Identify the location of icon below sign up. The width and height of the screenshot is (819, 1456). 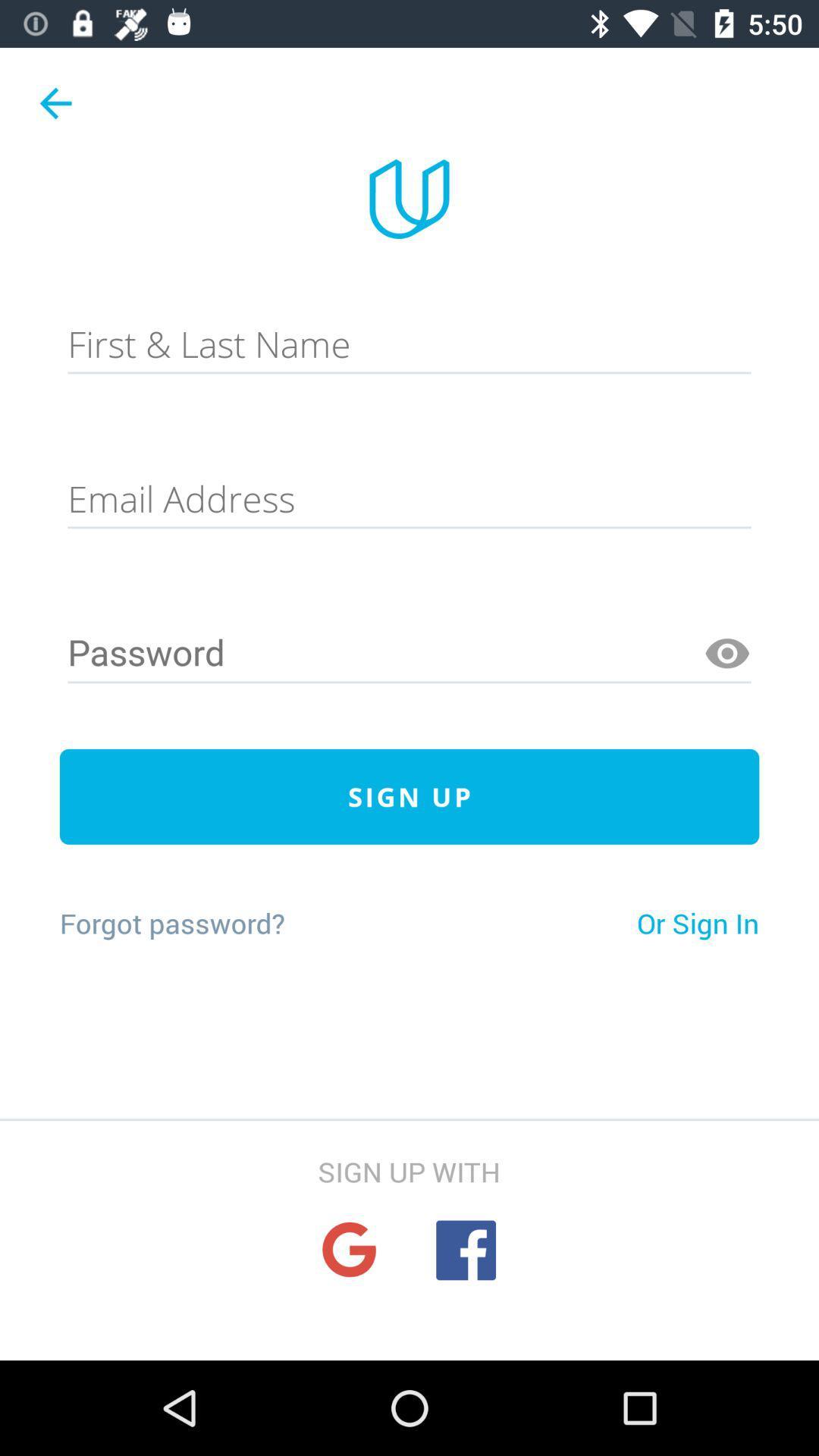
(171, 922).